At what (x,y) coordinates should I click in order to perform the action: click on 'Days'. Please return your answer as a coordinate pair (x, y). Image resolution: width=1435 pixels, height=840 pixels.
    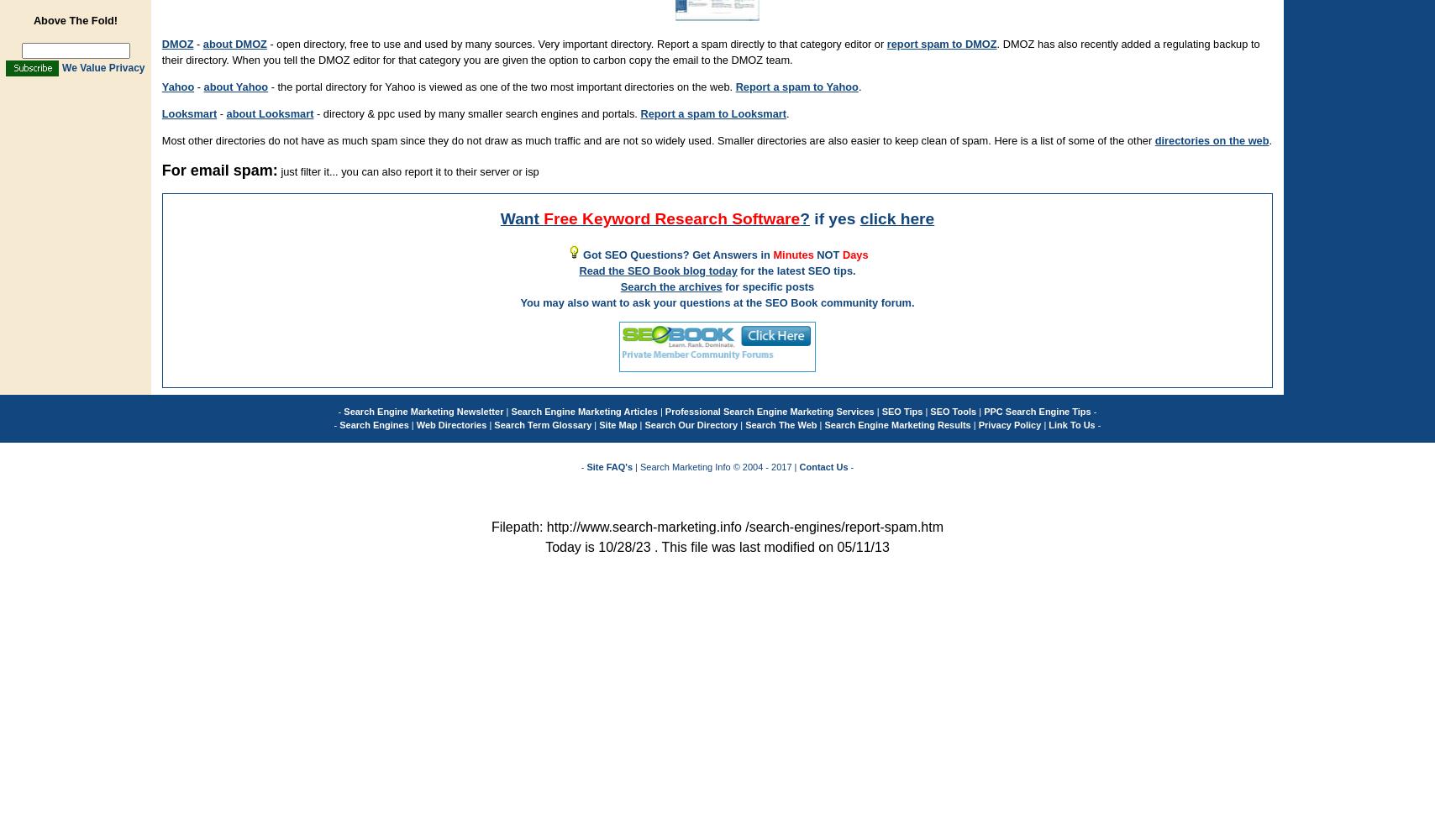
    Looking at the image, I should click on (854, 254).